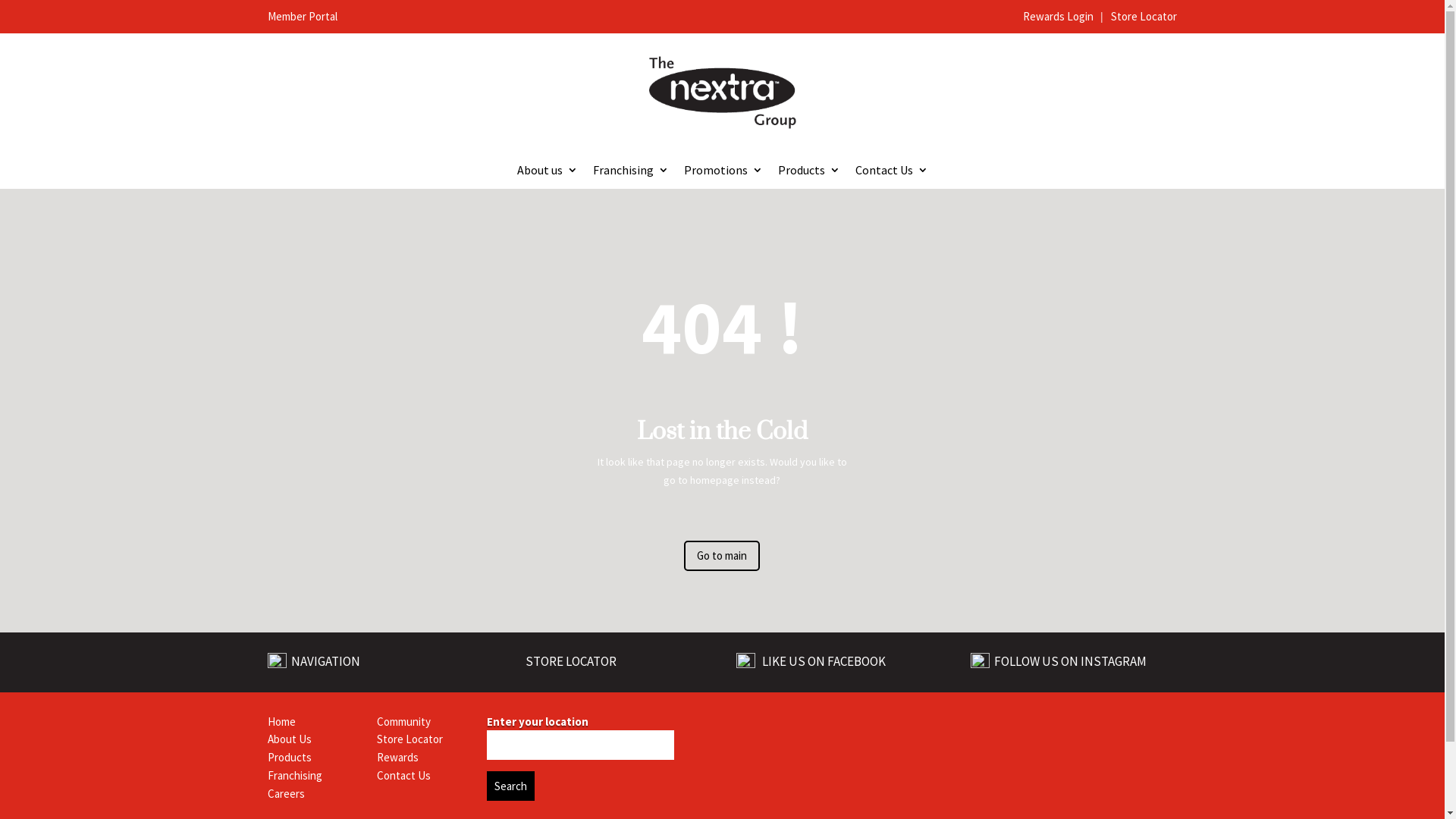 The width and height of the screenshot is (1456, 819). I want to click on 'Go to main', so click(720, 555).